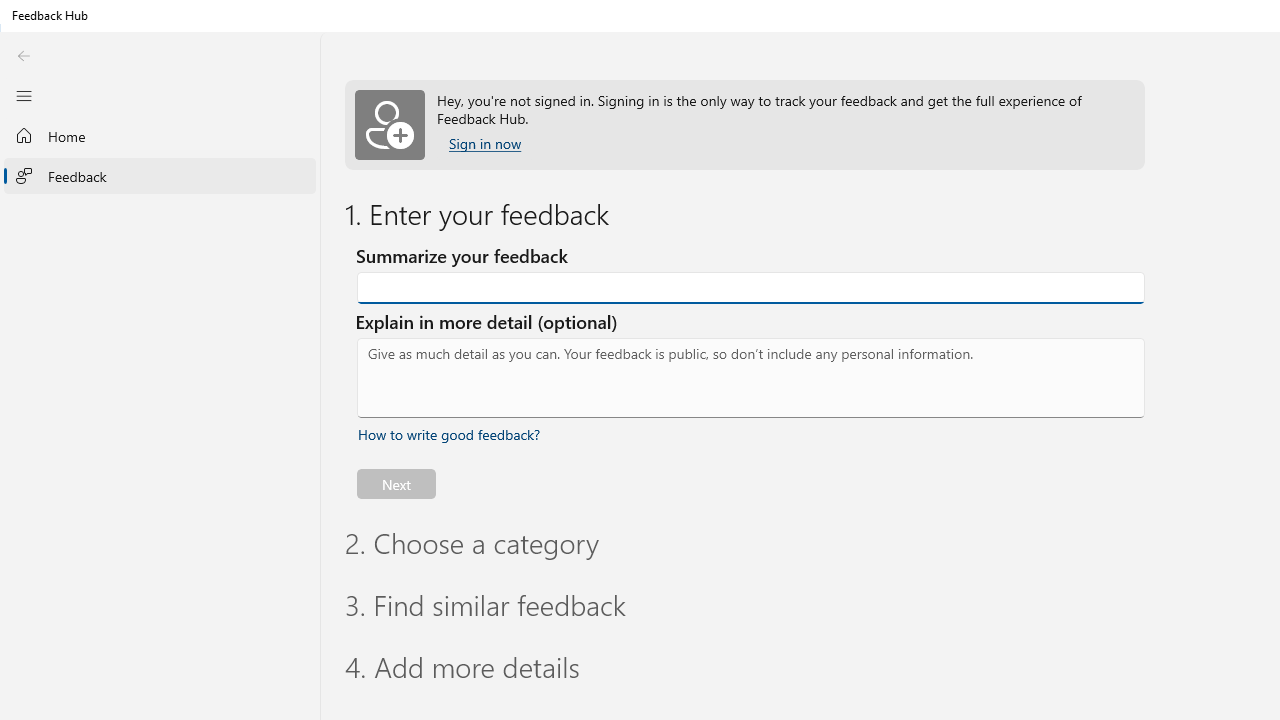 Image resolution: width=1280 pixels, height=720 pixels. What do you see at coordinates (396, 483) in the screenshot?
I see `'Next'` at bounding box center [396, 483].